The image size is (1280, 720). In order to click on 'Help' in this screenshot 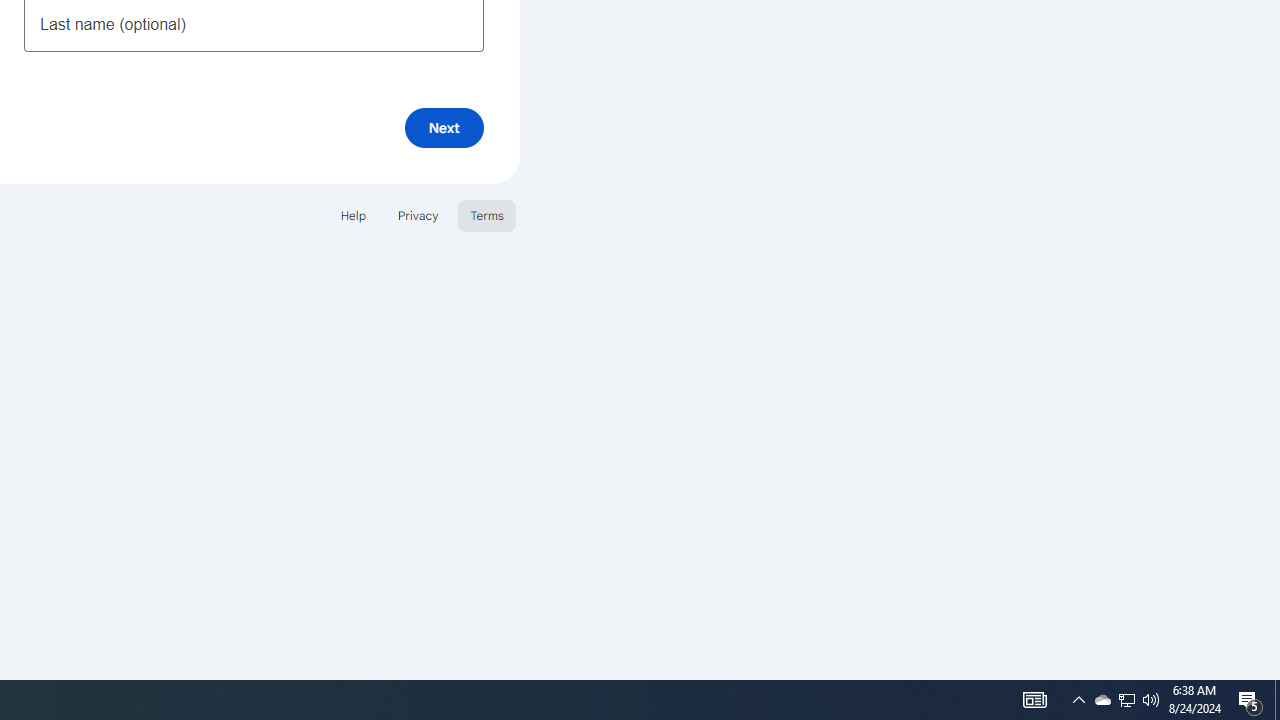, I will do `click(352, 215)`.